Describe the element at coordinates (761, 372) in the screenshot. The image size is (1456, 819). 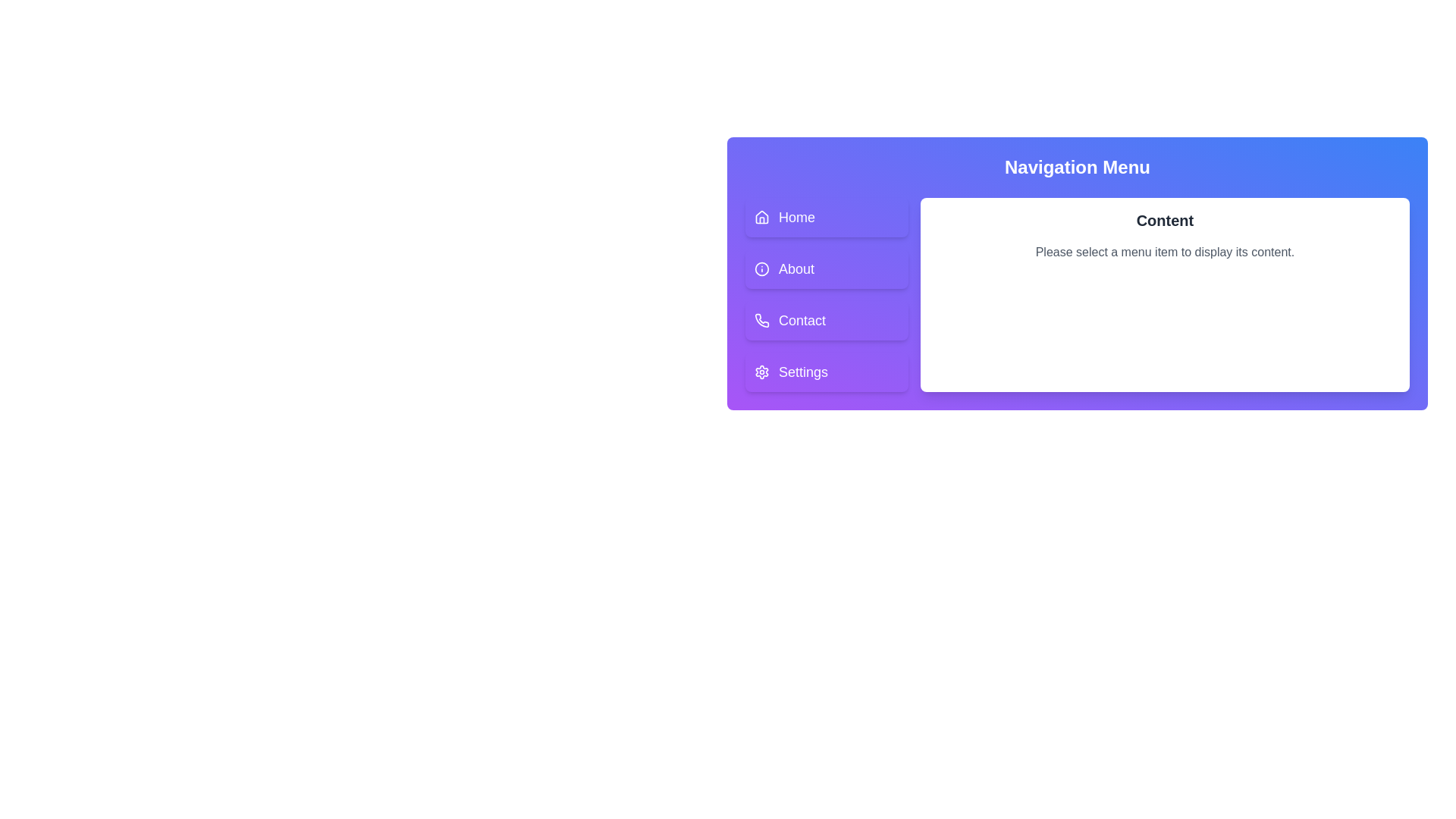
I see `the settings icon located at the far left of the 'Settings' menu item in the vertical navigation bar` at that location.